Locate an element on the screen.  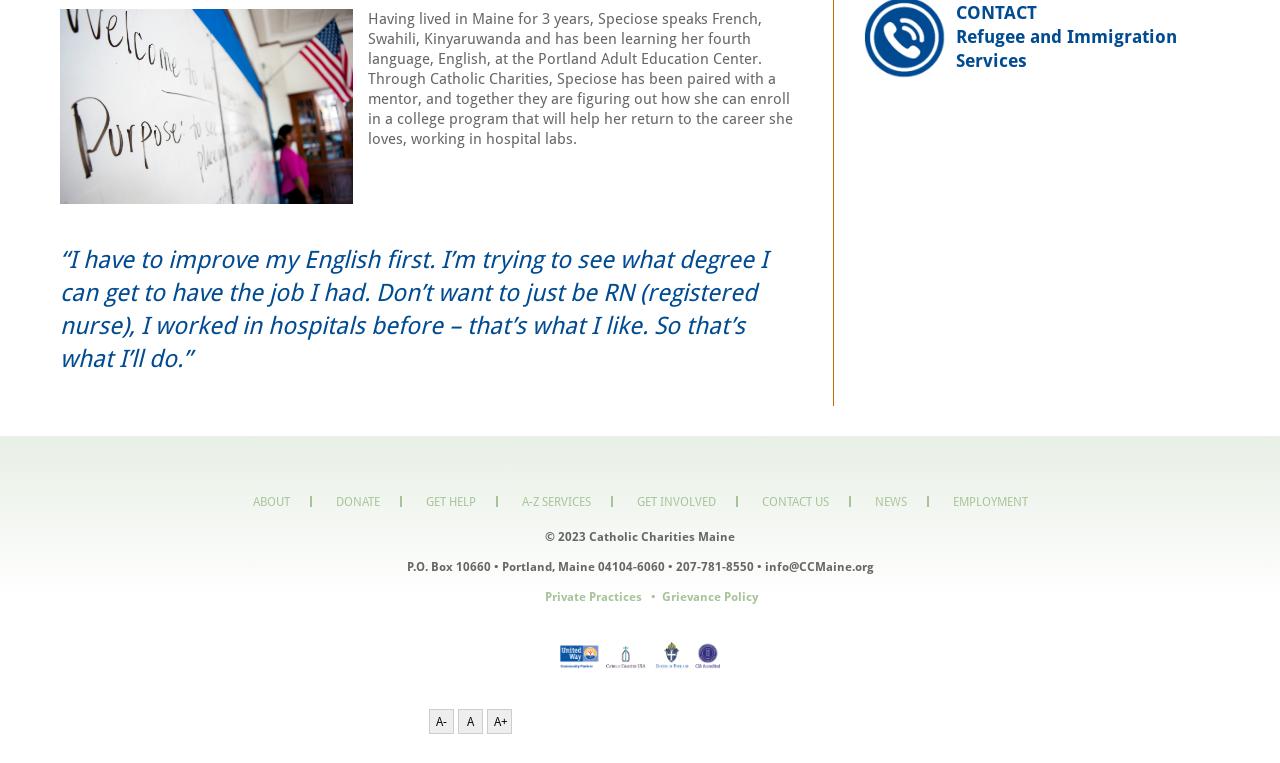
'Having lived in Maine for 3 years, Speciose speaks French, Swahili, Kinyaruwanda and has been learning her fourth language, English, at the Portland Adult Education Center. Through Catholic Charities, Speciose has been paired with a mentor, and together they are figuring out how she can enroll in a college program that will help her return to the career she loves, working in hospital labs.' is located at coordinates (579, 78).